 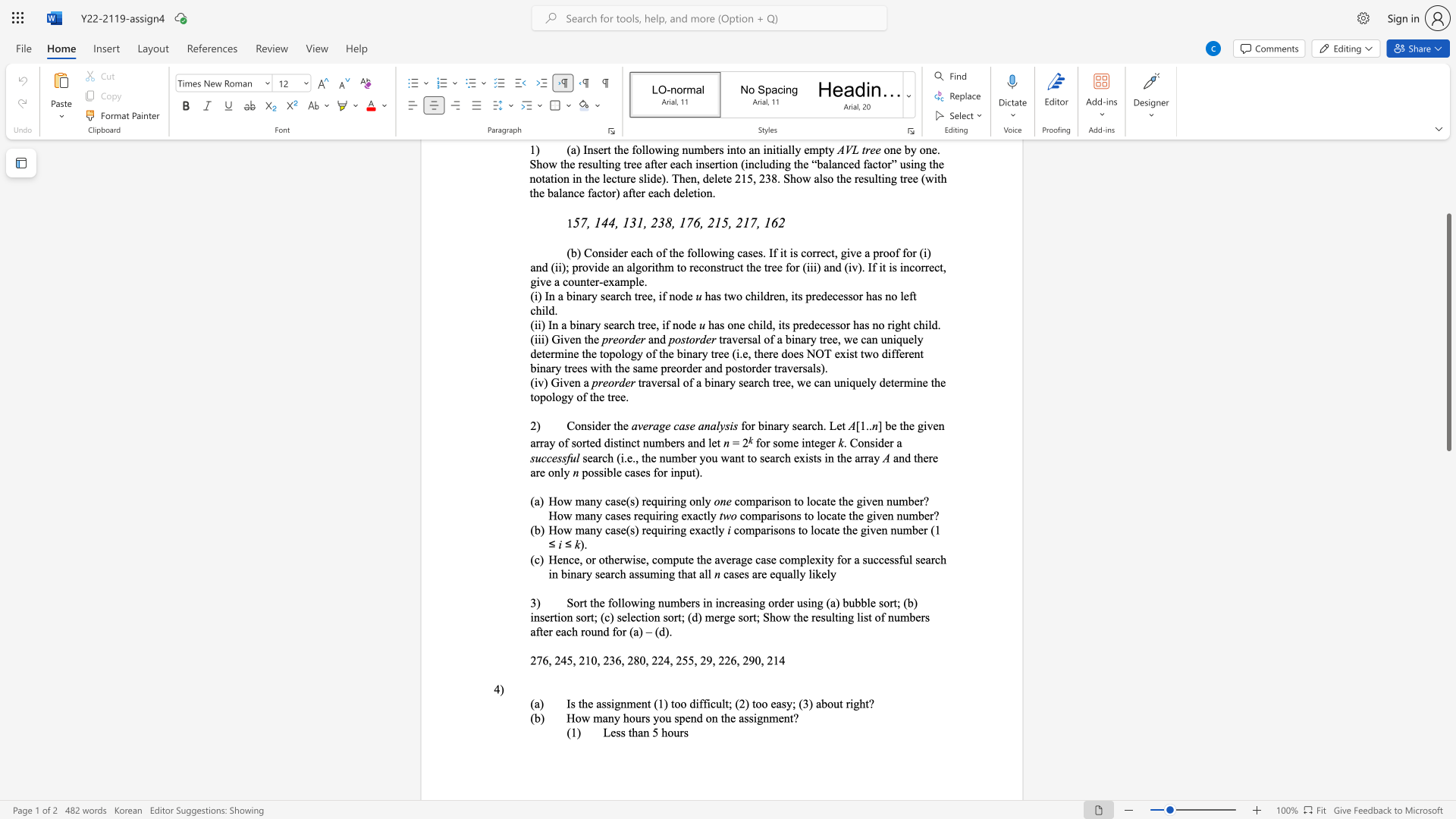 I want to click on the scrollbar and move down 150 pixels, so click(x=1448, y=331).